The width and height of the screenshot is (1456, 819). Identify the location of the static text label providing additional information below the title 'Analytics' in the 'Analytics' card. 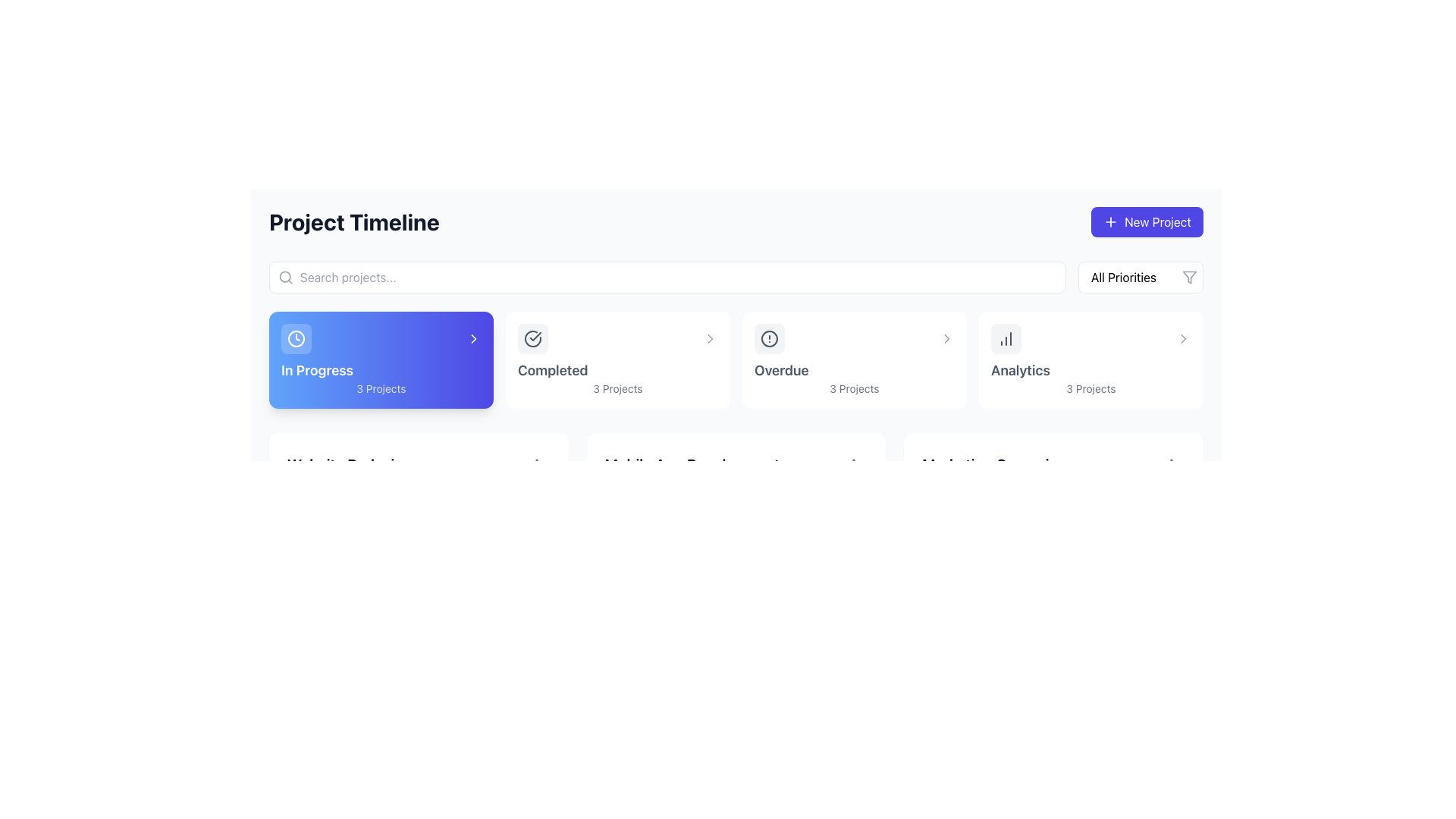
(1090, 388).